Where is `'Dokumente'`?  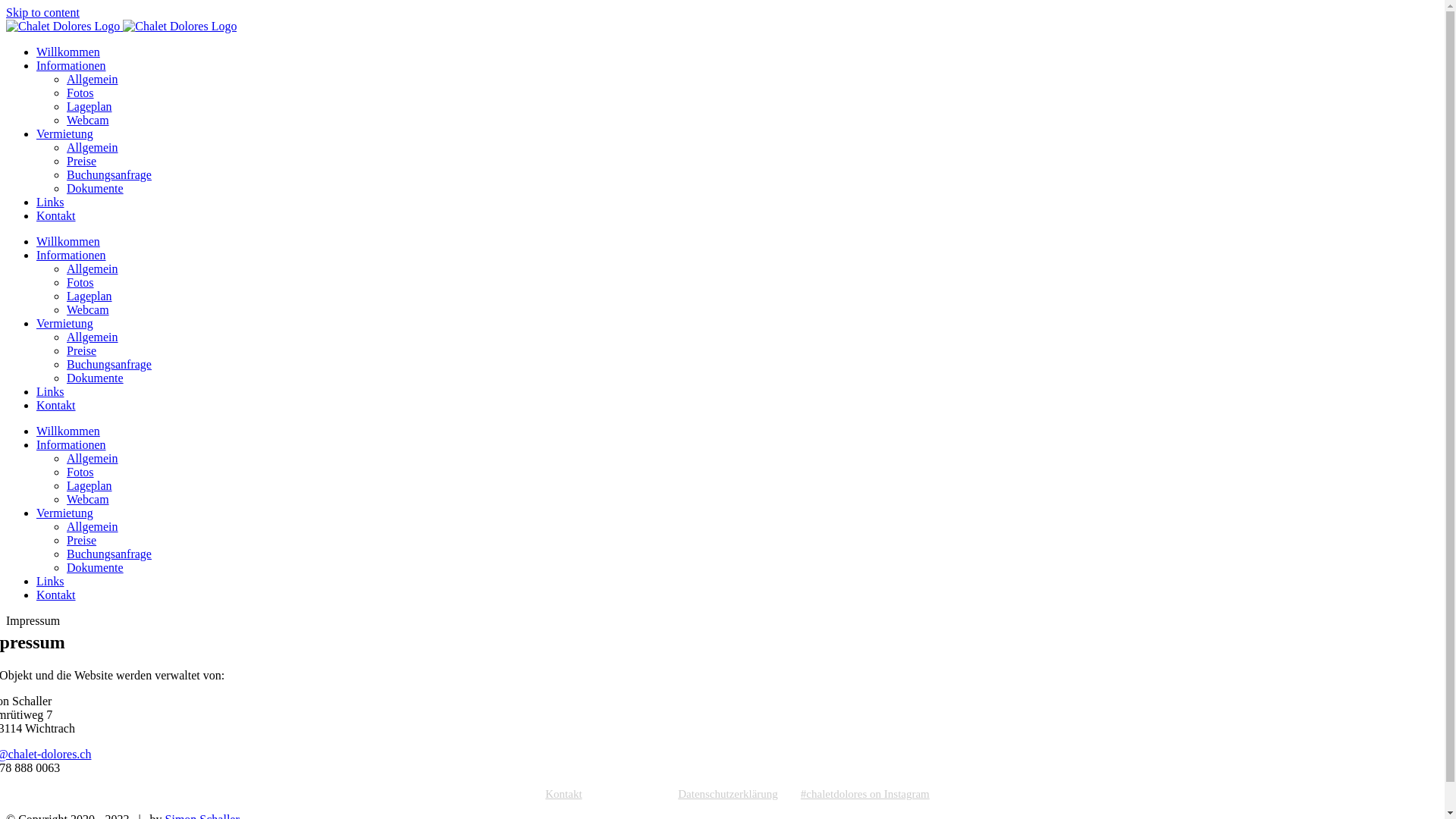
'Dokumente' is located at coordinates (94, 187).